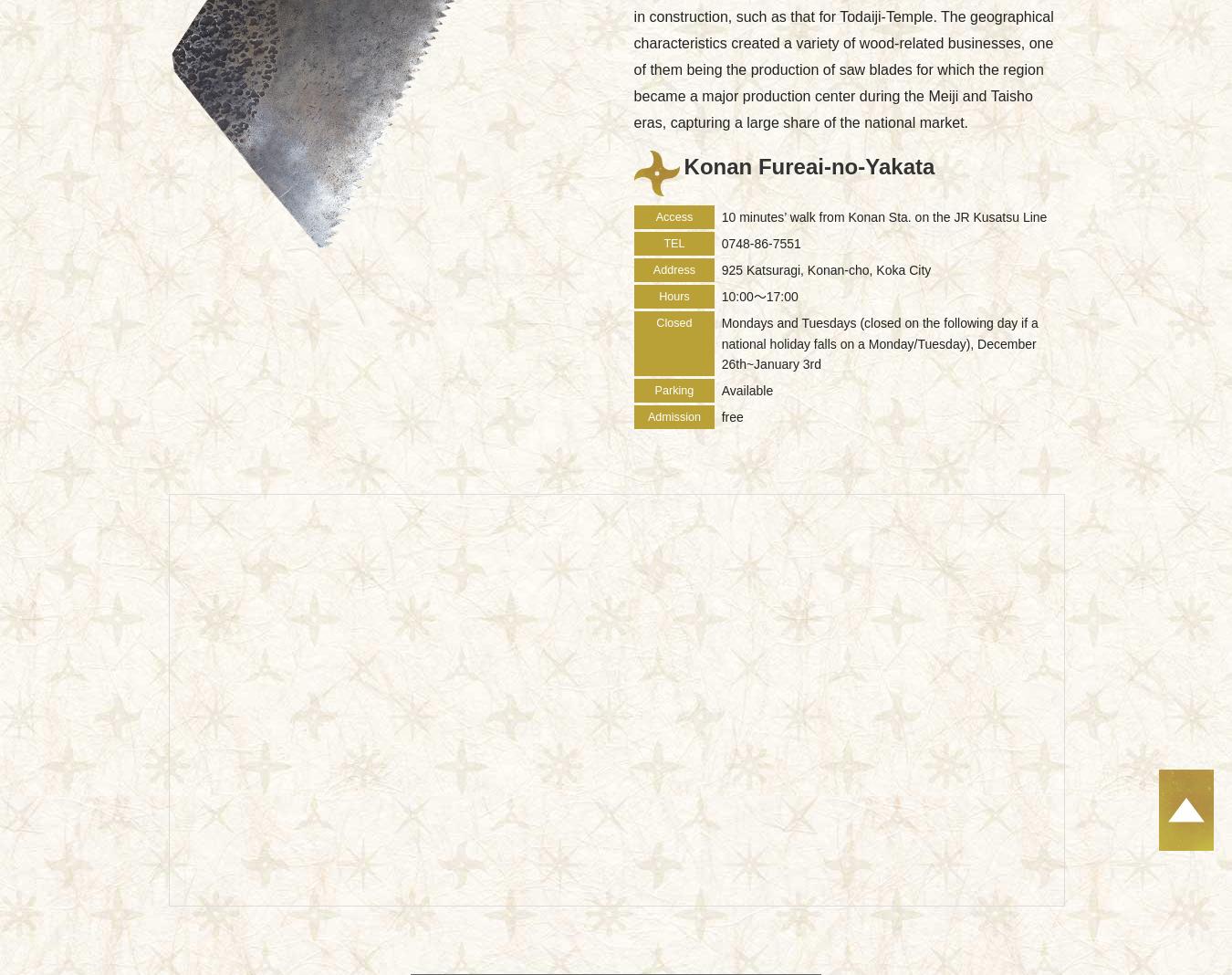 This screenshot has width=1232, height=975. I want to click on '925 Katsuragi, Konan-cho, Koka City', so click(825, 269).